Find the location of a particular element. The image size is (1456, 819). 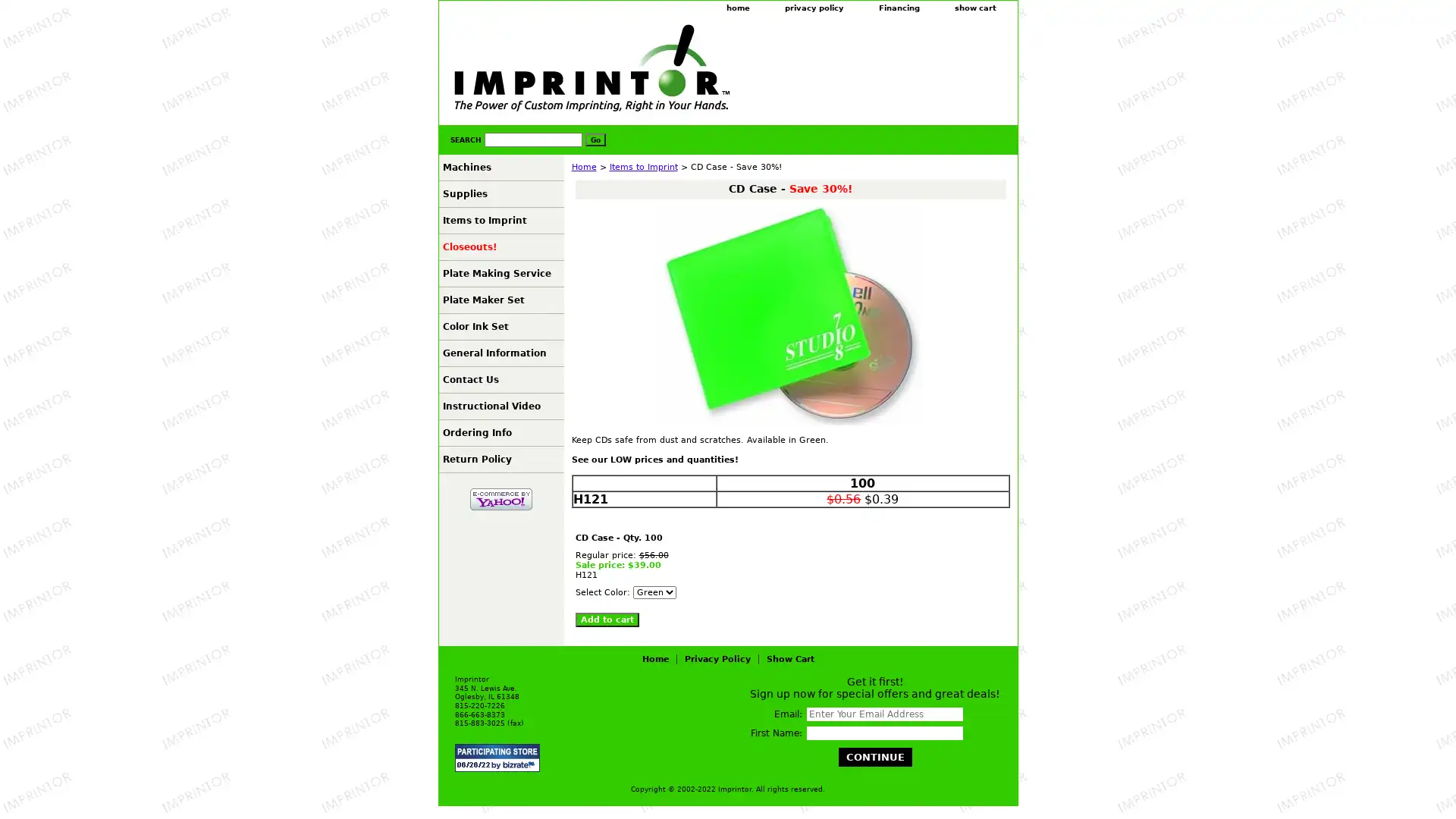

Add to cart is located at coordinates (607, 620).